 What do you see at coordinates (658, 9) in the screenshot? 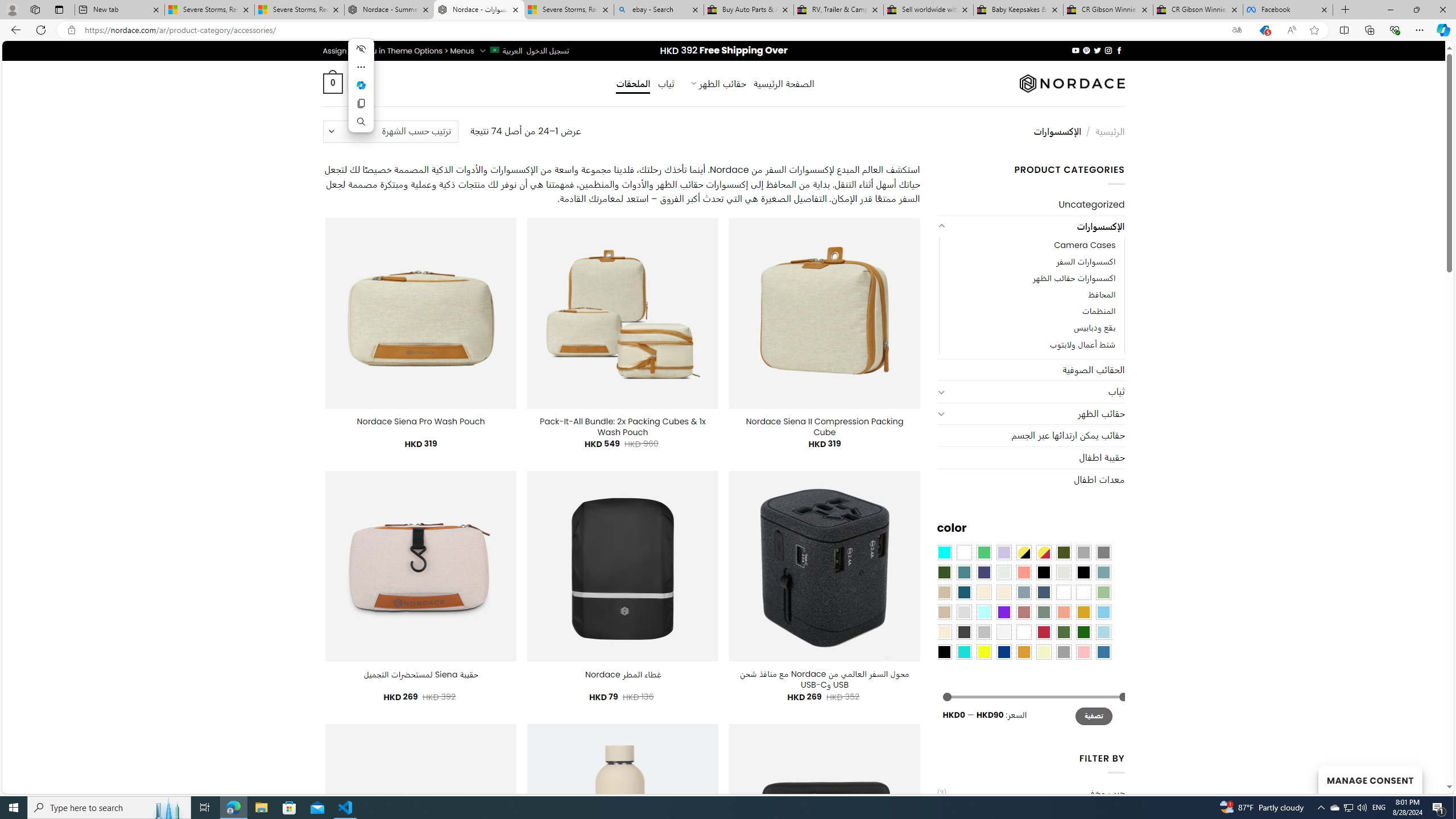
I see `'ebay - Search'` at bounding box center [658, 9].